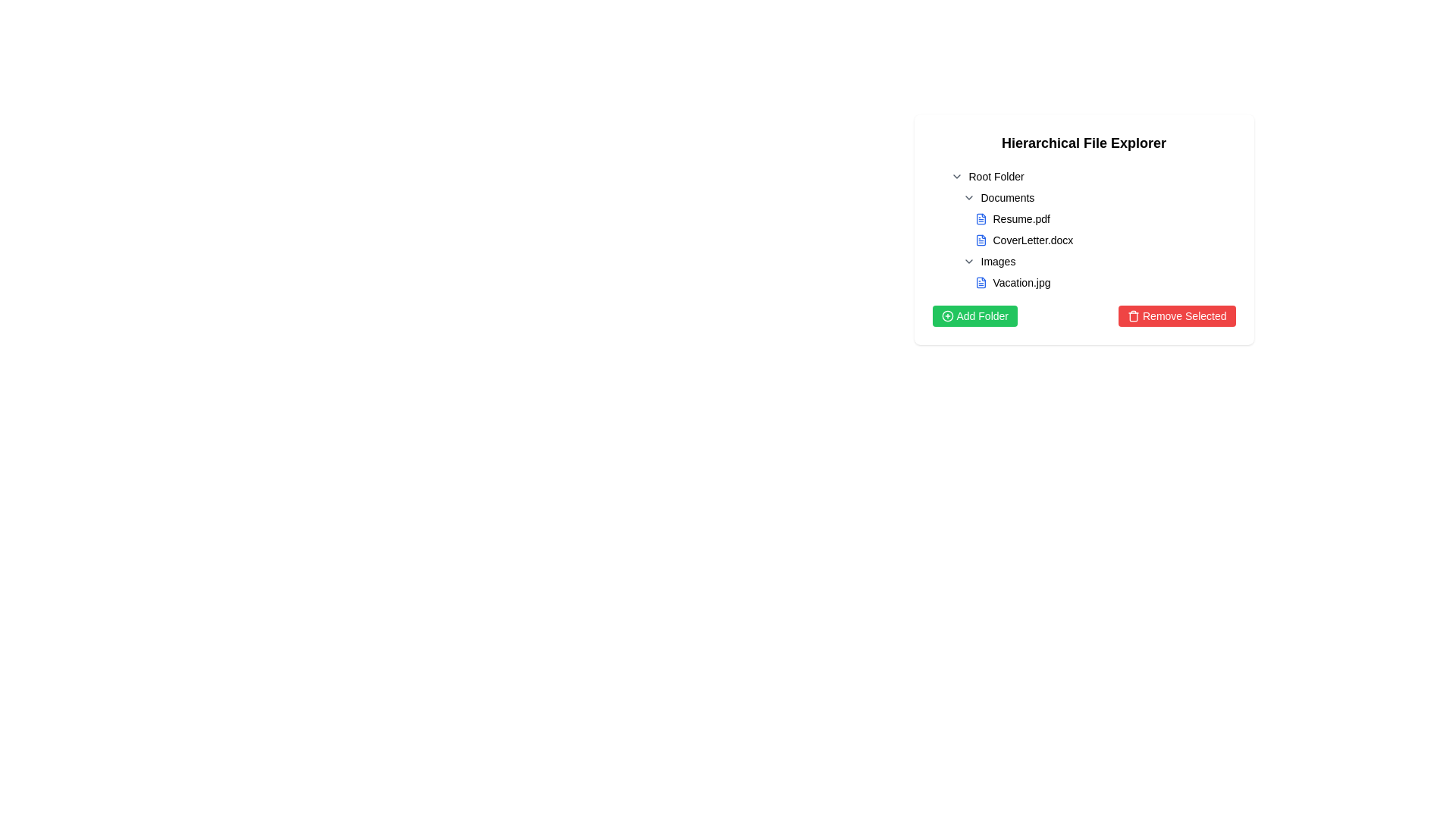  I want to click on the Dropdown Arrow Icon located to the left of the 'Images' label in the file explorer, so click(968, 260).